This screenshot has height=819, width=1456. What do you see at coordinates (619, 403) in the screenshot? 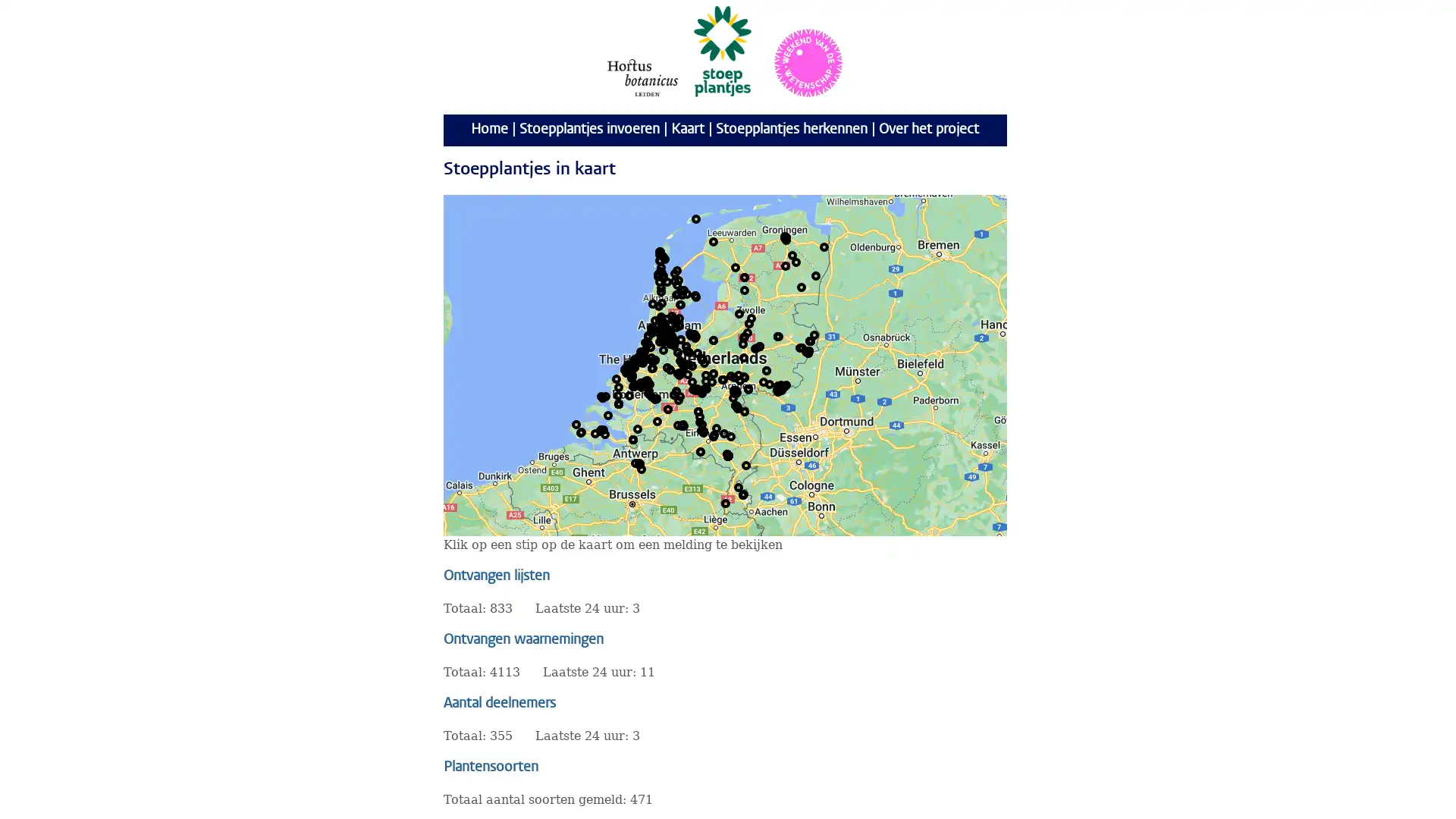
I see `Telling van op 03 juni 2022` at bounding box center [619, 403].